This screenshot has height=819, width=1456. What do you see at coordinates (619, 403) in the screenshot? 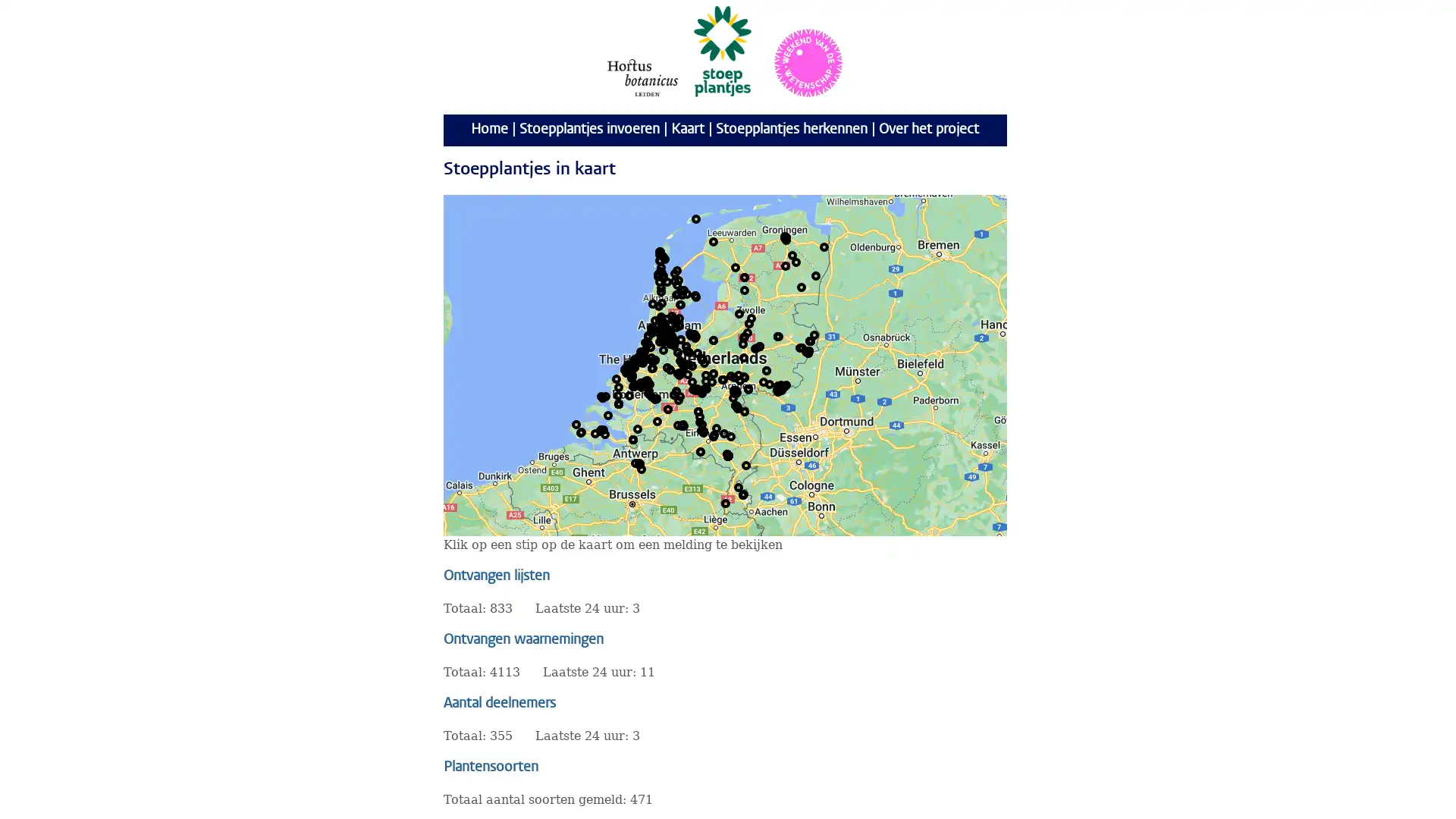
I see `Telling van op 03 juni 2022` at bounding box center [619, 403].